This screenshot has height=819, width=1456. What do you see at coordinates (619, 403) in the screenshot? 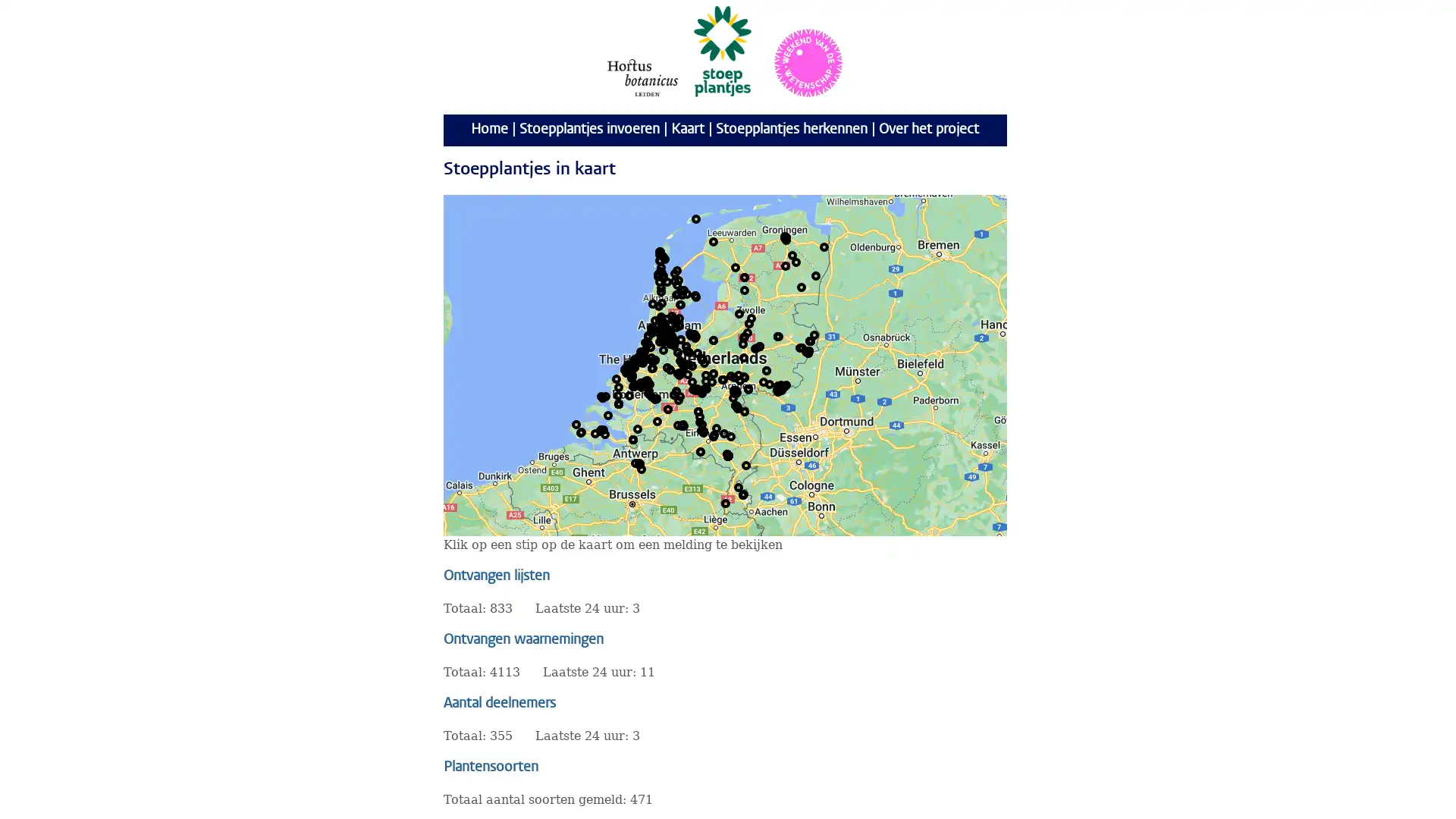
I see `Telling van op 03 juni 2022` at bounding box center [619, 403].